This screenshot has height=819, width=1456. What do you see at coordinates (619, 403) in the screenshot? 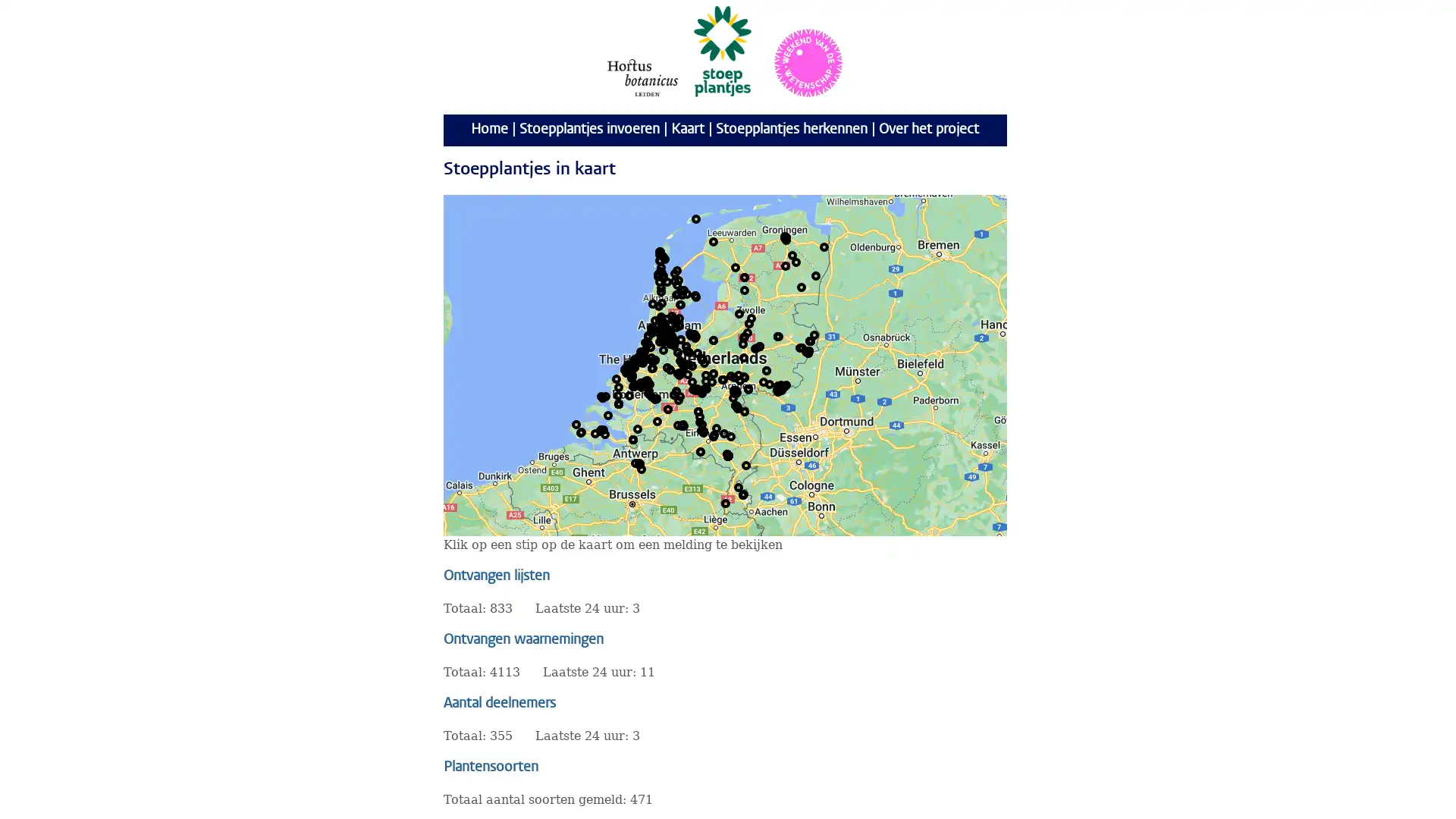
I see `Telling van op 03 juni 2022` at bounding box center [619, 403].